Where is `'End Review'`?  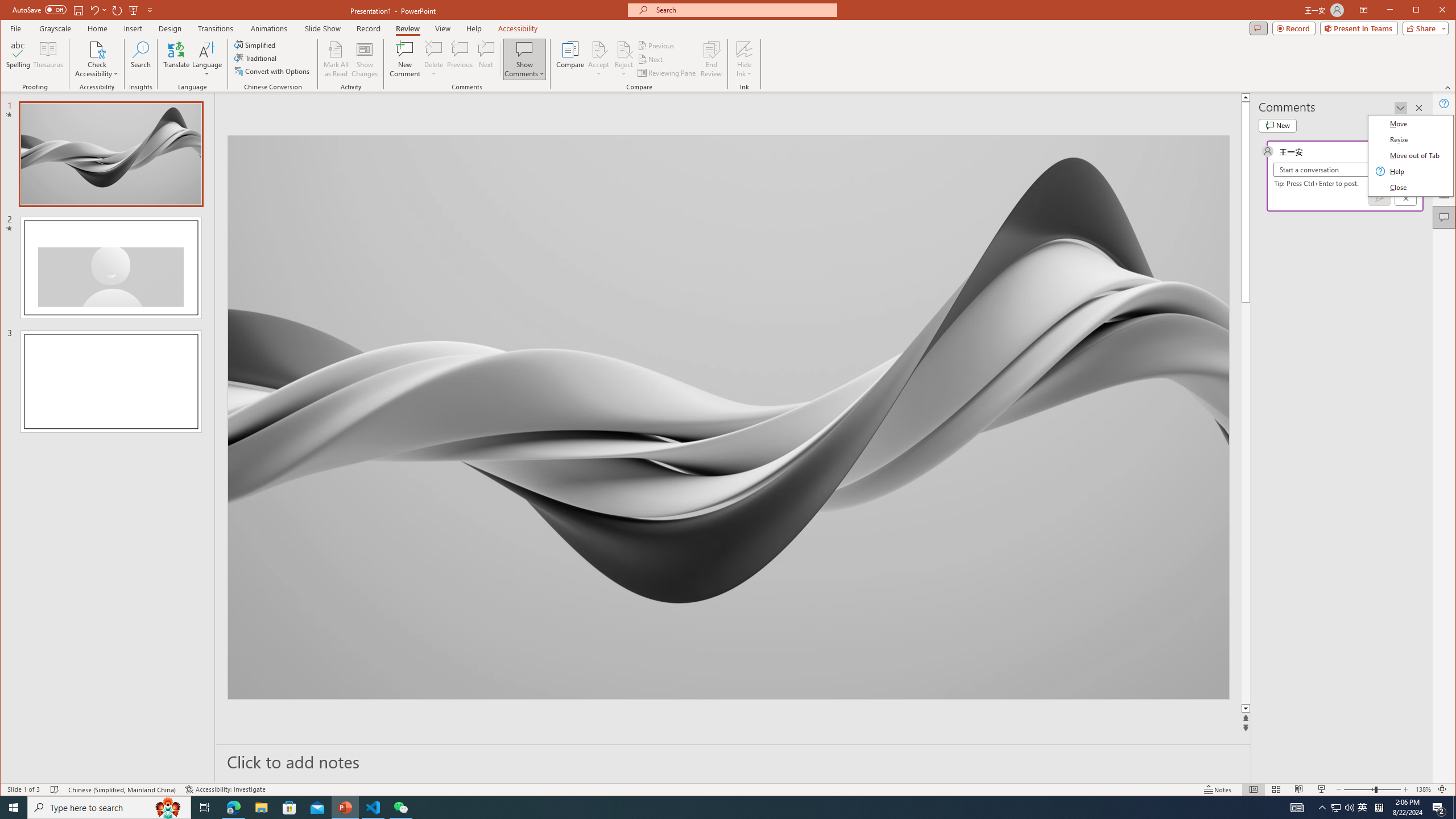 'End Review' is located at coordinates (711, 59).